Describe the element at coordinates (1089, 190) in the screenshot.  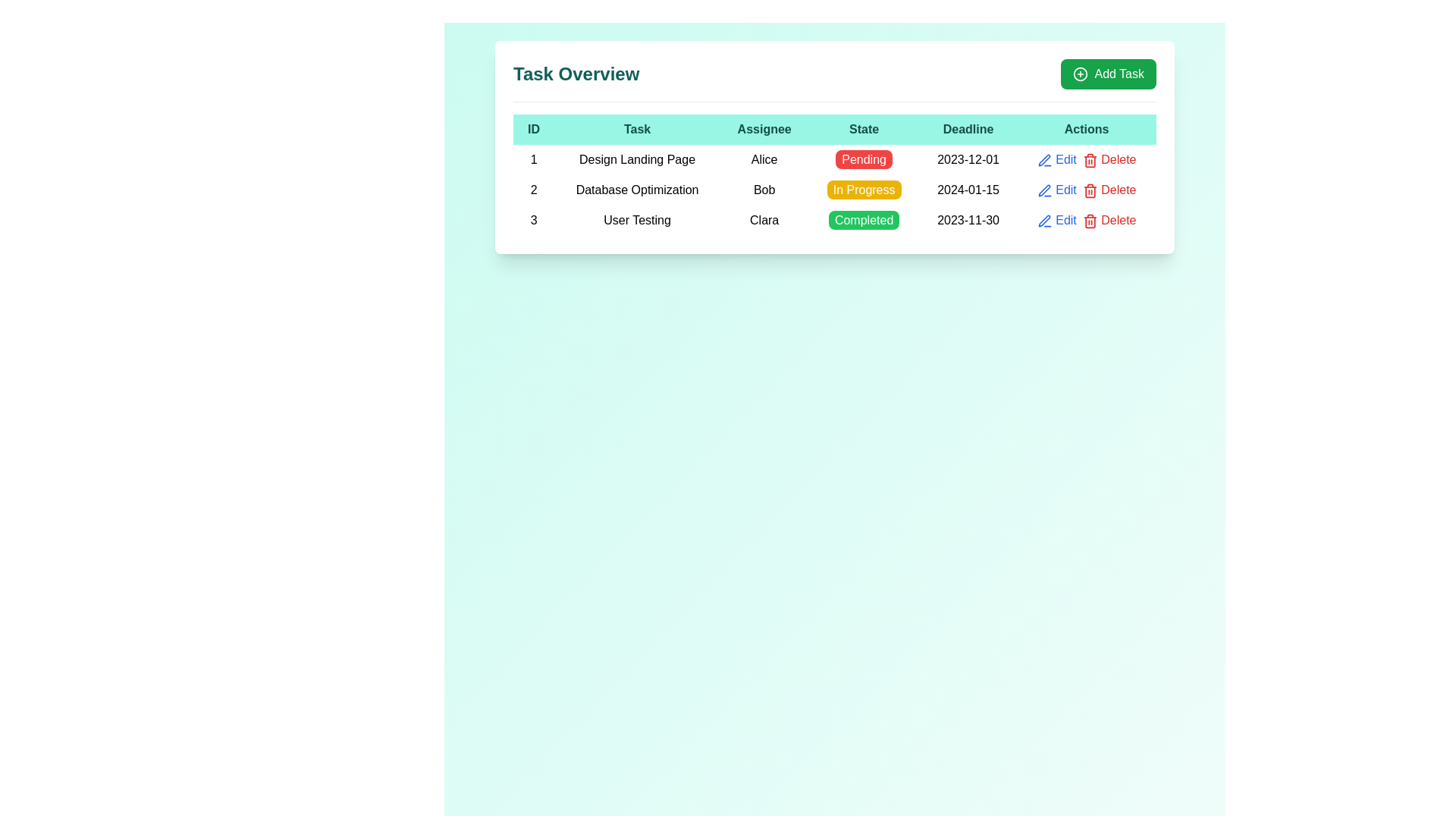
I see `the trash bin icon button located in the 'Actions' column of the second row of the table` at that location.